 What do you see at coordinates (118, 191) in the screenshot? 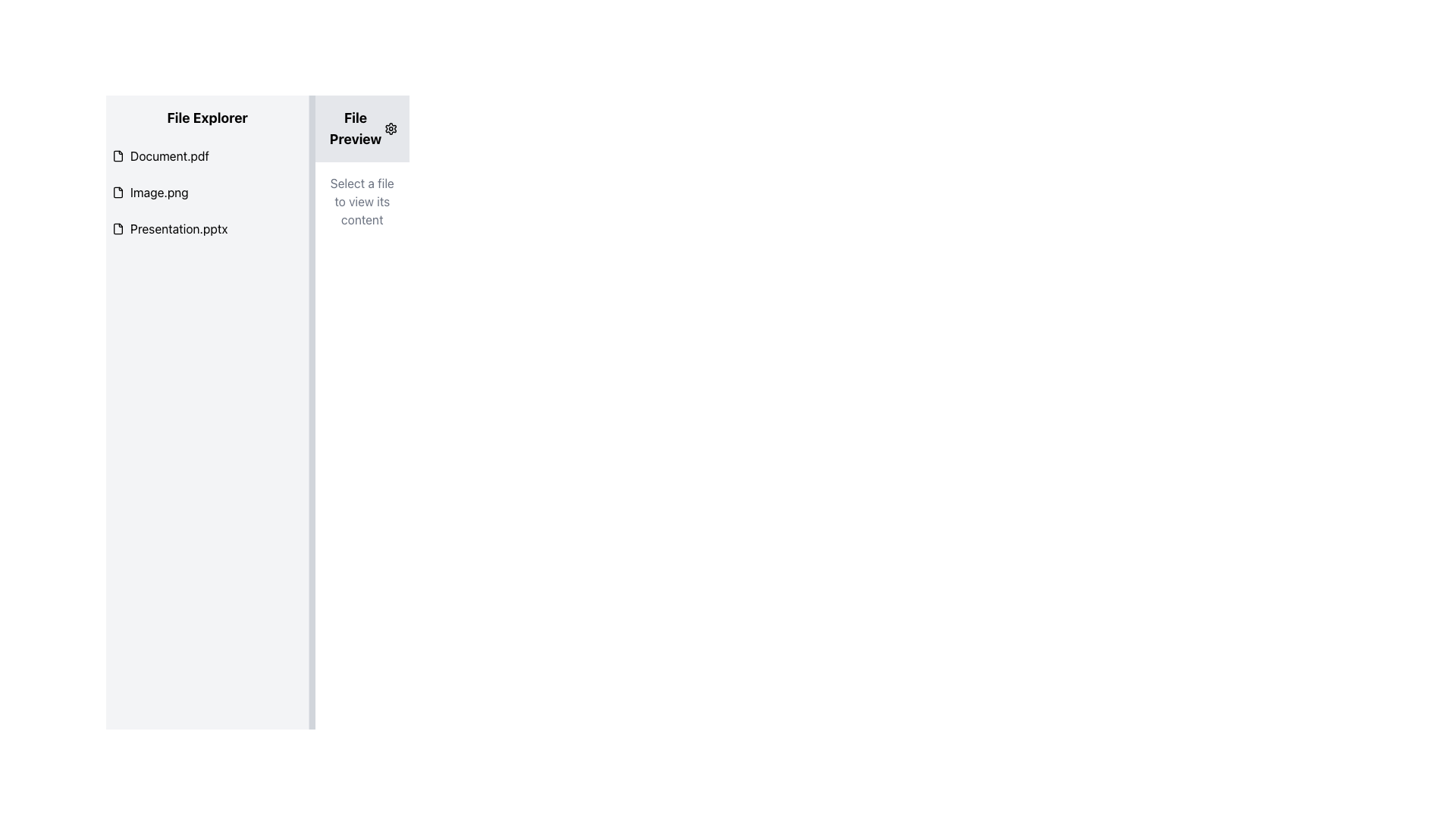
I see `the file type icon for 'Image.png' in the second position of the file list in the 'File Explorer' section on the left panel` at bounding box center [118, 191].